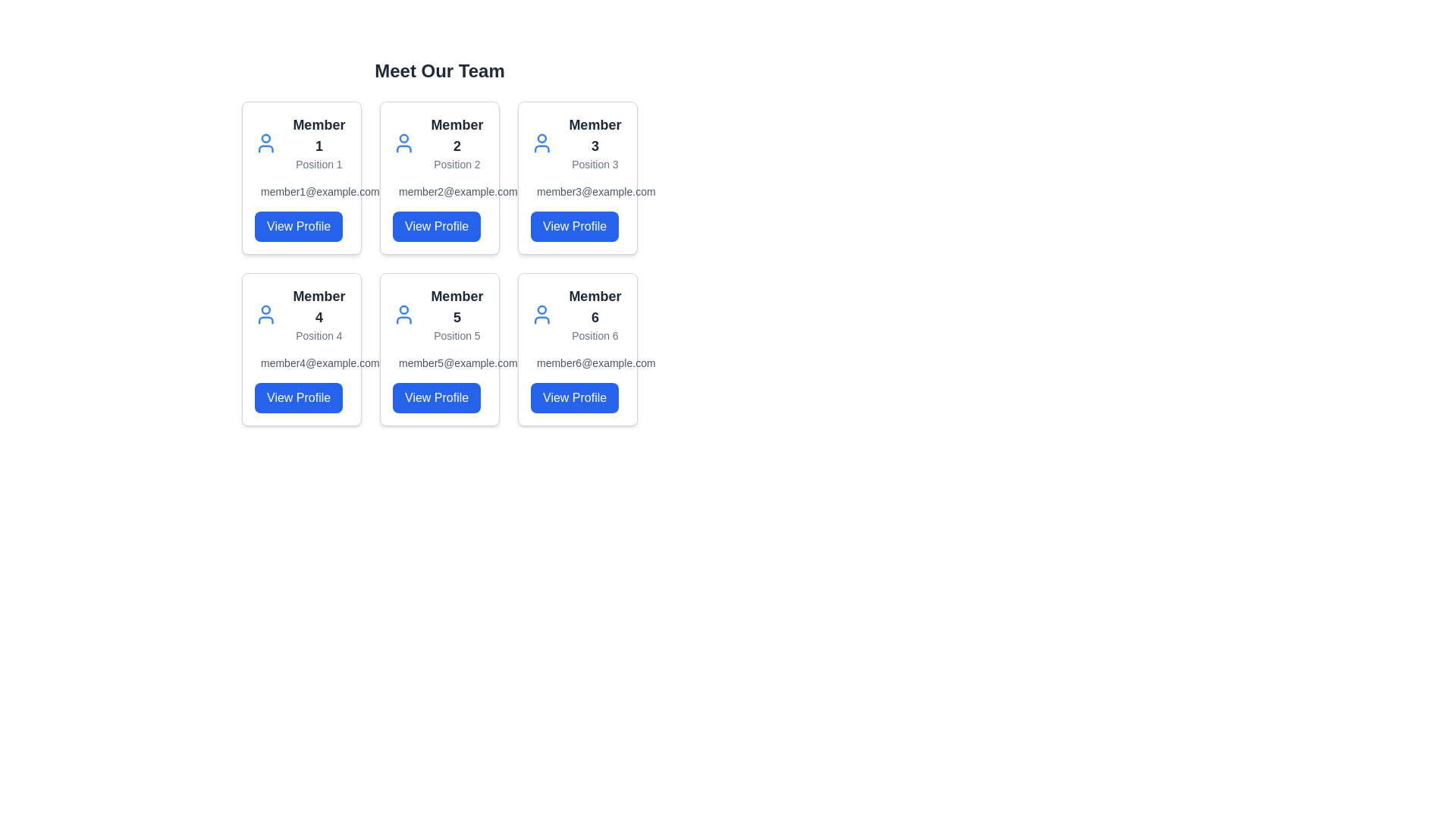  I want to click on the user figure icon styled in blue, located on the left side of the card layout for 'Member 5', positioned above the 'View Profile' button, so click(403, 314).